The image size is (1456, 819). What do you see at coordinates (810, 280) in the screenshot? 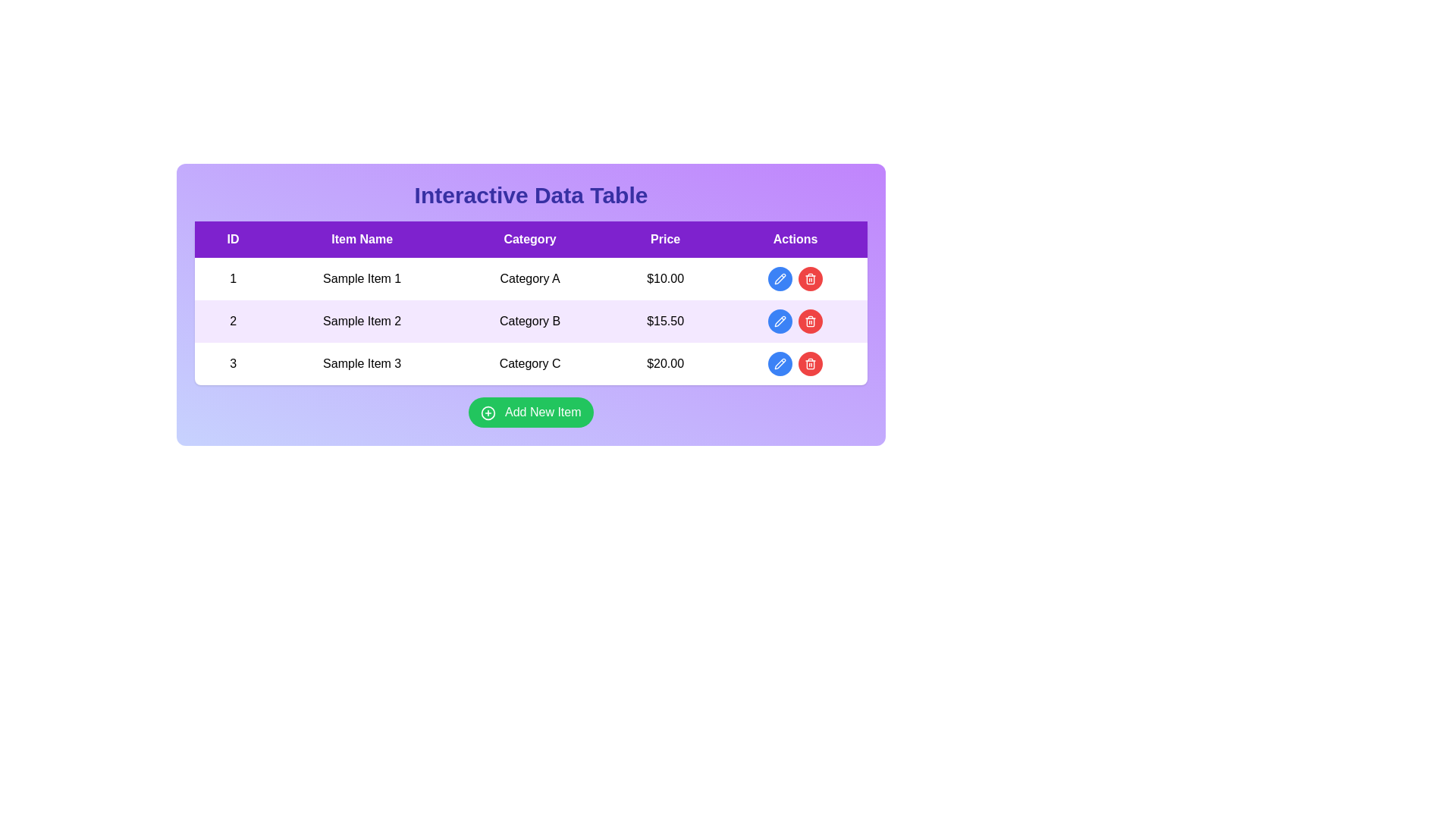
I see `the interaction of the trash bin icon located in the 'Actions' column of the third row in the data table, specifically beneath the lid part of the icon` at bounding box center [810, 280].